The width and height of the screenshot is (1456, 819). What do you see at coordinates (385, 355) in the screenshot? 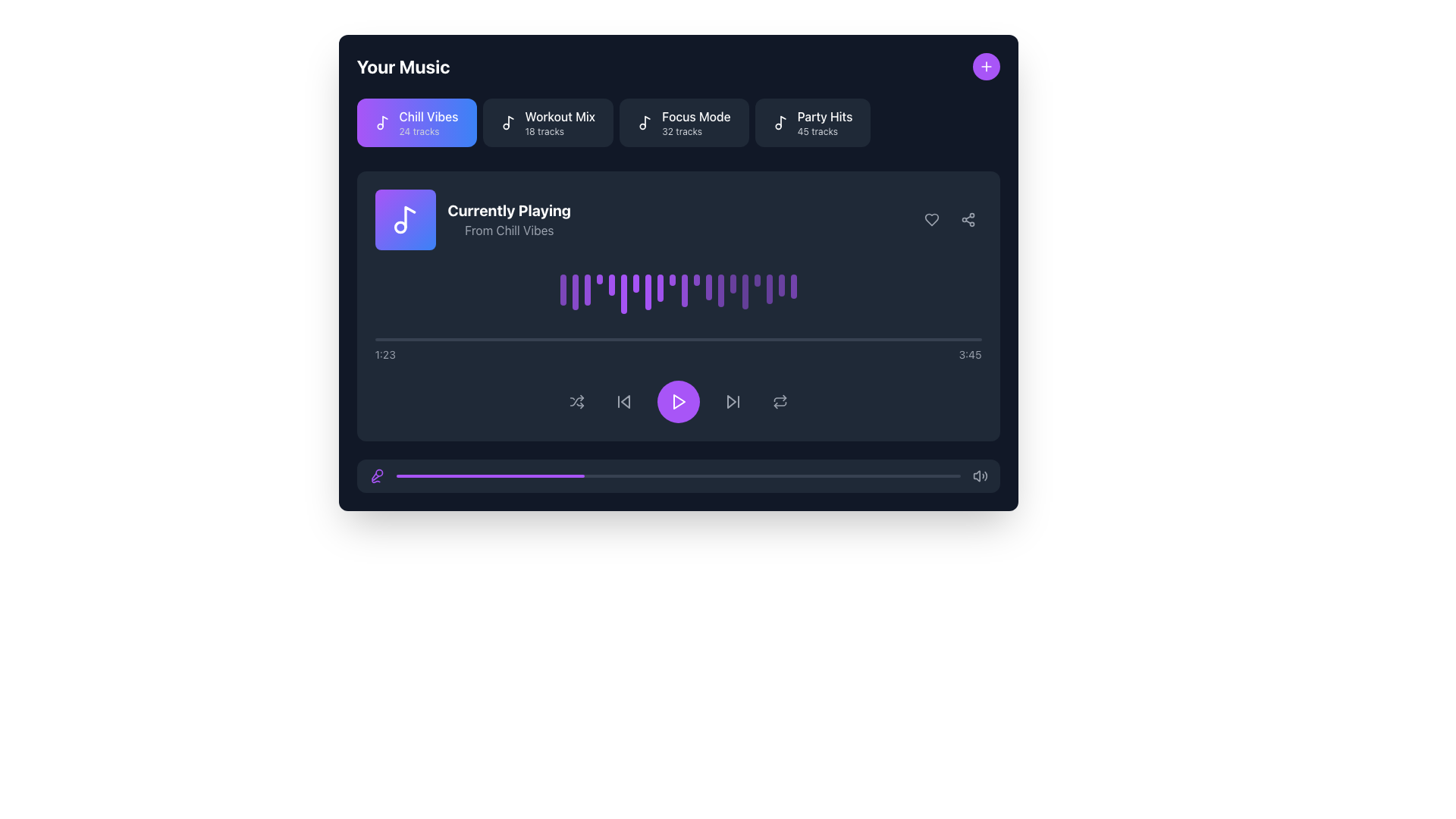
I see `time displayed in the text label showing '1:23' for the elapsed track duration, located in the bottom-left section of the music playback interface` at bounding box center [385, 355].